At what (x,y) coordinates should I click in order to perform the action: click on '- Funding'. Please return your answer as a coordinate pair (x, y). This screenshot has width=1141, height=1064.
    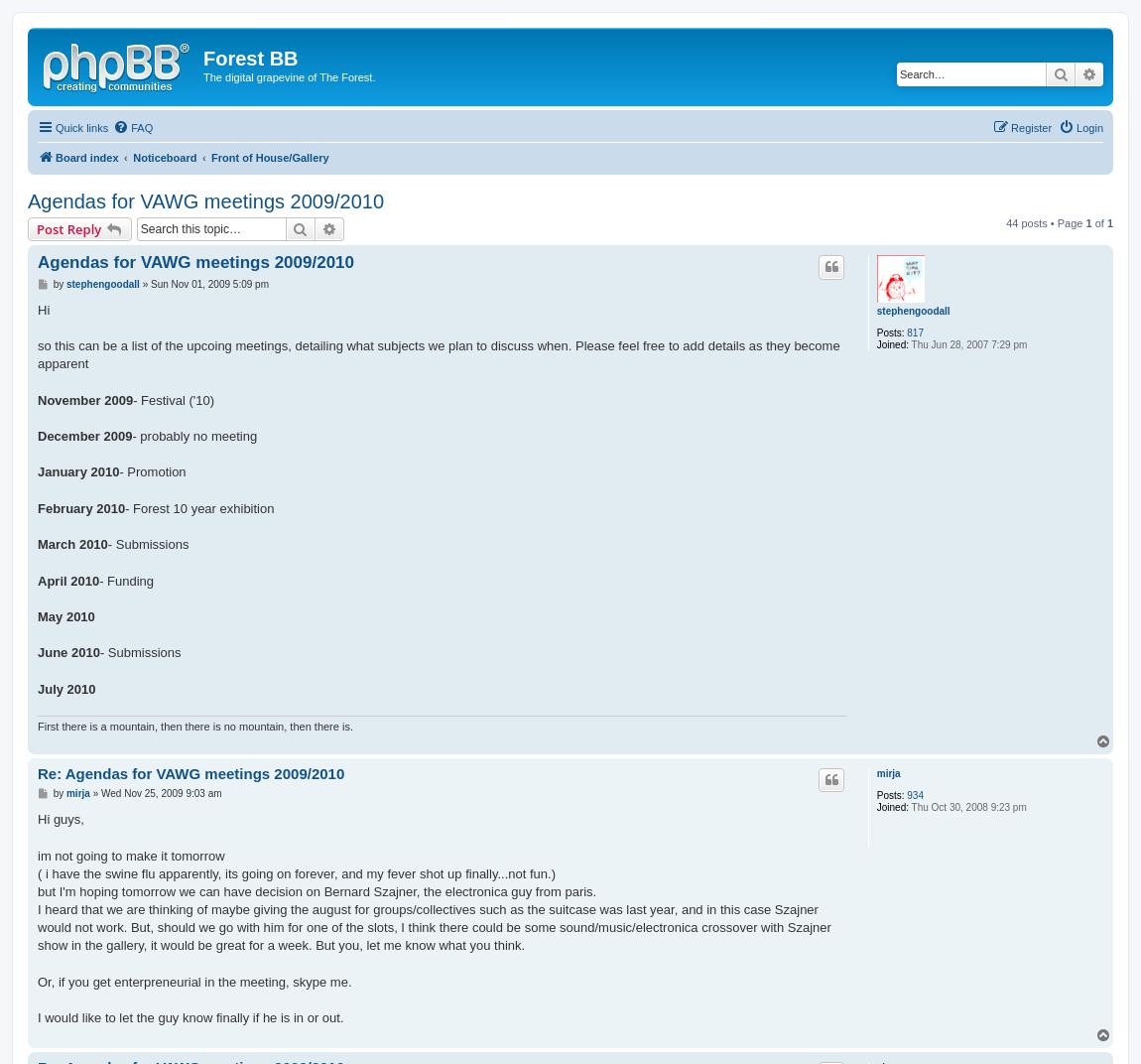
    Looking at the image, I should click on (125, 579).